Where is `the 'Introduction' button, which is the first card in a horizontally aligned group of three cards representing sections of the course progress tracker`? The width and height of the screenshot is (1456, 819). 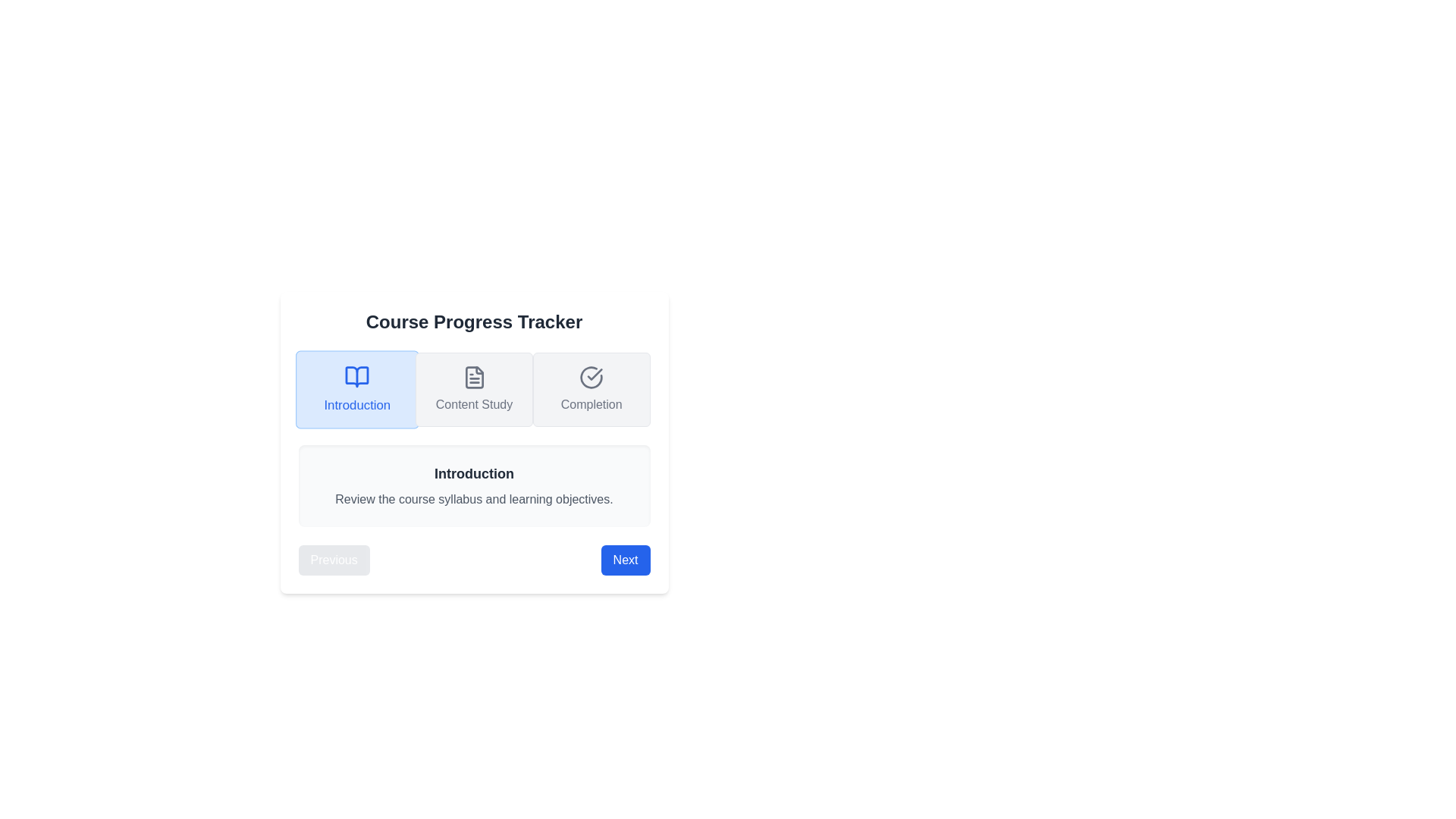
the 'Introduction' button, which is the first card in a horizontally aligned group of three cards representing sections of the course progress tracker is located at coordinates (356, 388).